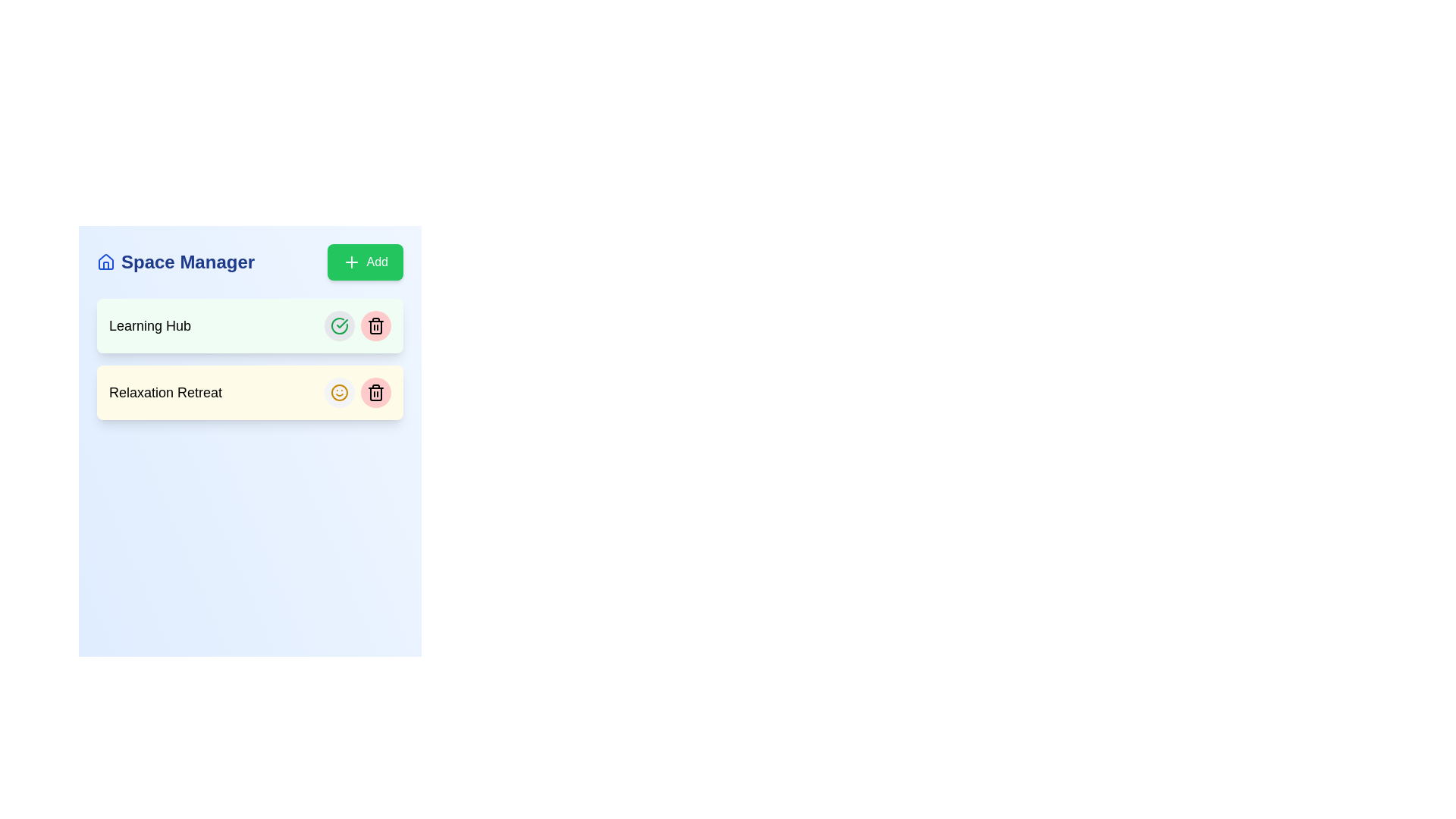 The image size is (1456, 819). Describe the element at coordinates (338, 391) in the screenshot. I see `the circular button with a yellow smiley face symbol, which is the leftmost interactive button in the 'Relaxation Retreat' entry row` at that location.